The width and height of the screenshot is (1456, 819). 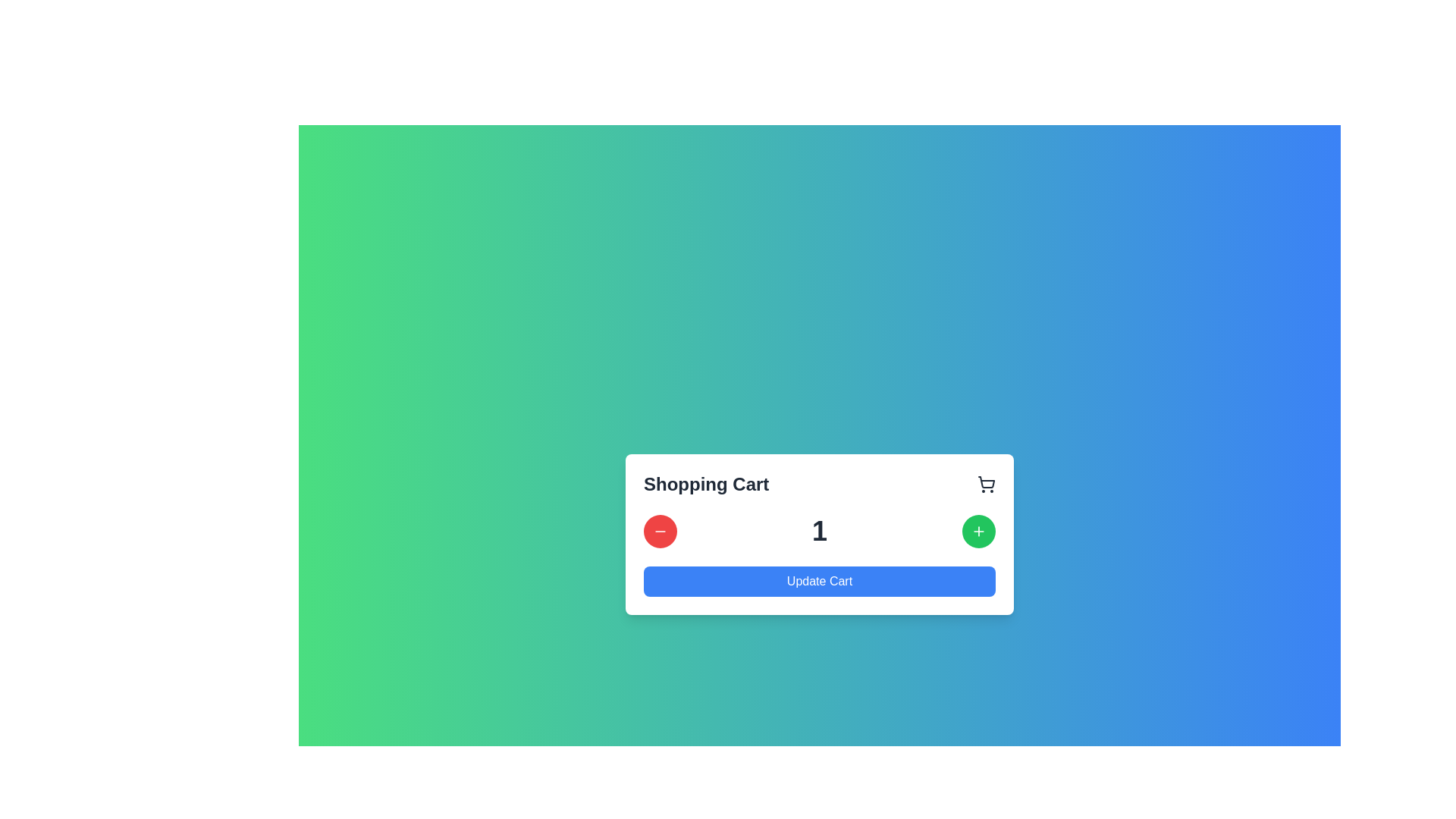 I want to click on the 'Update Cart' button, which is a rectangular button with a blue background and white text, located at the bottom of the shopping cart section, so click(x=818, y=581).